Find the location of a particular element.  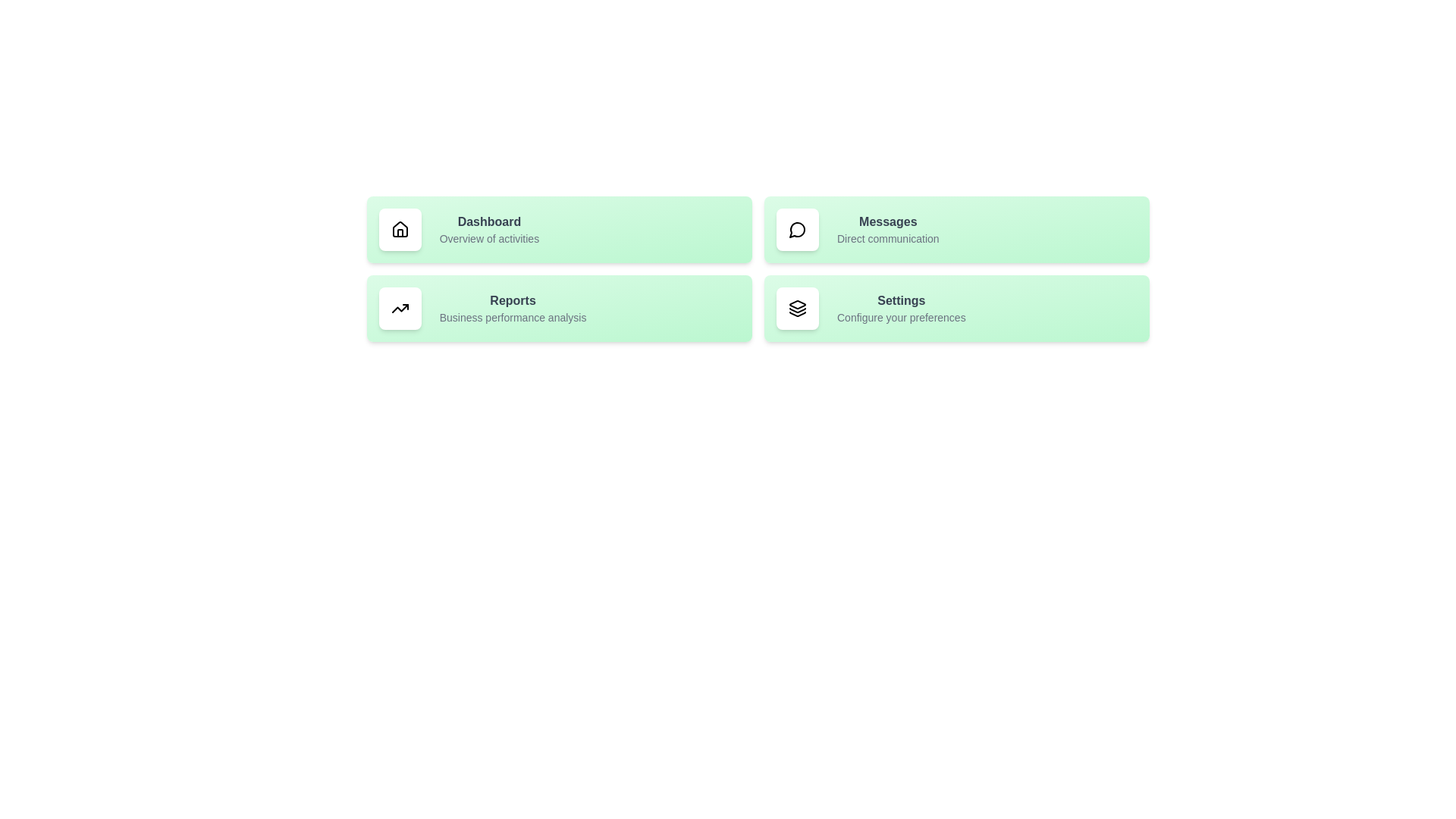

the list item corresponding to Dashboard is located at coordinates (558, 230).